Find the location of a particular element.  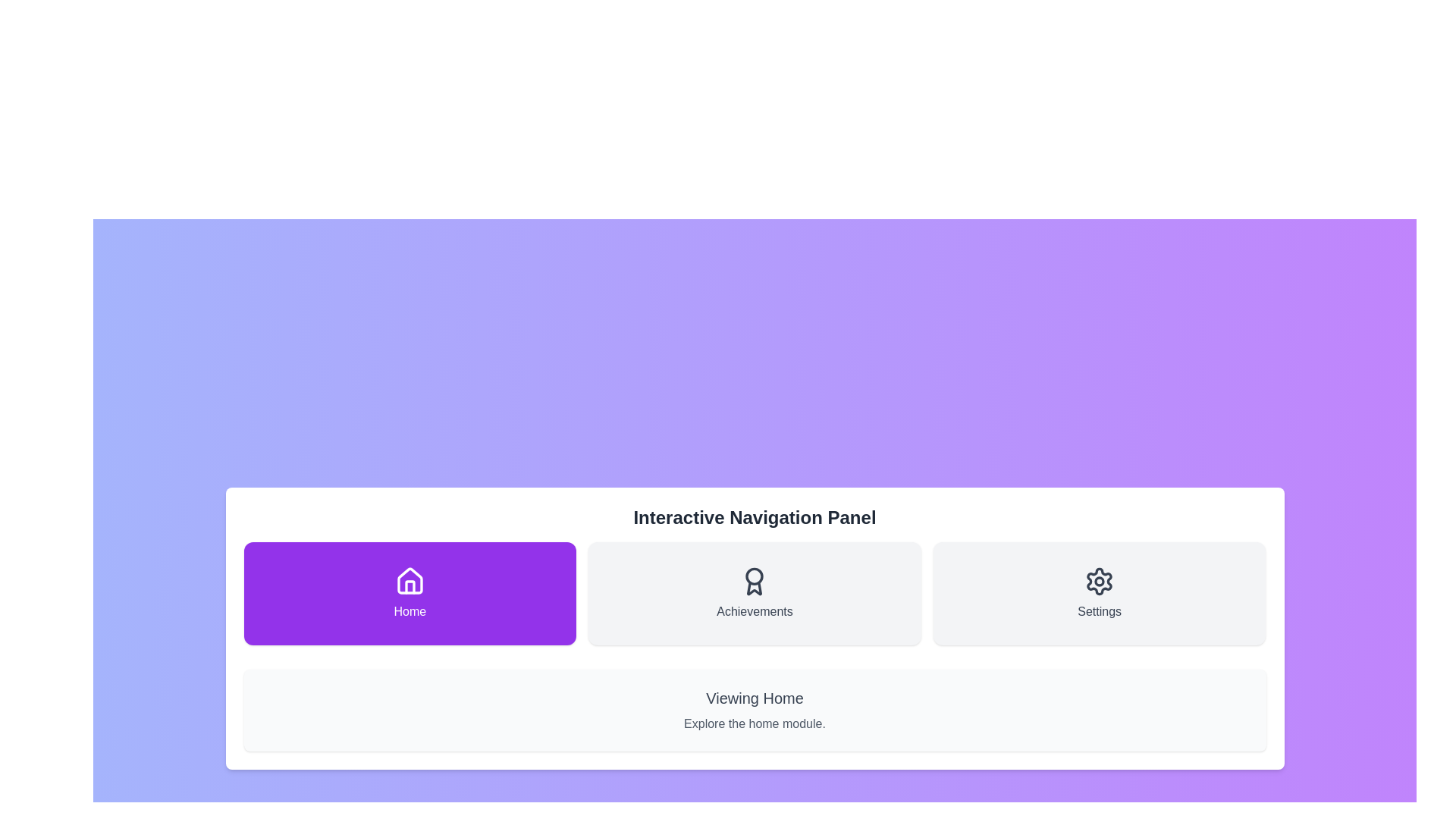

the 'Home' button located in the first column of a three-column layout, to the left of the 'Achievements' and 'Settings' buttons is located at coordinates (409, 593).